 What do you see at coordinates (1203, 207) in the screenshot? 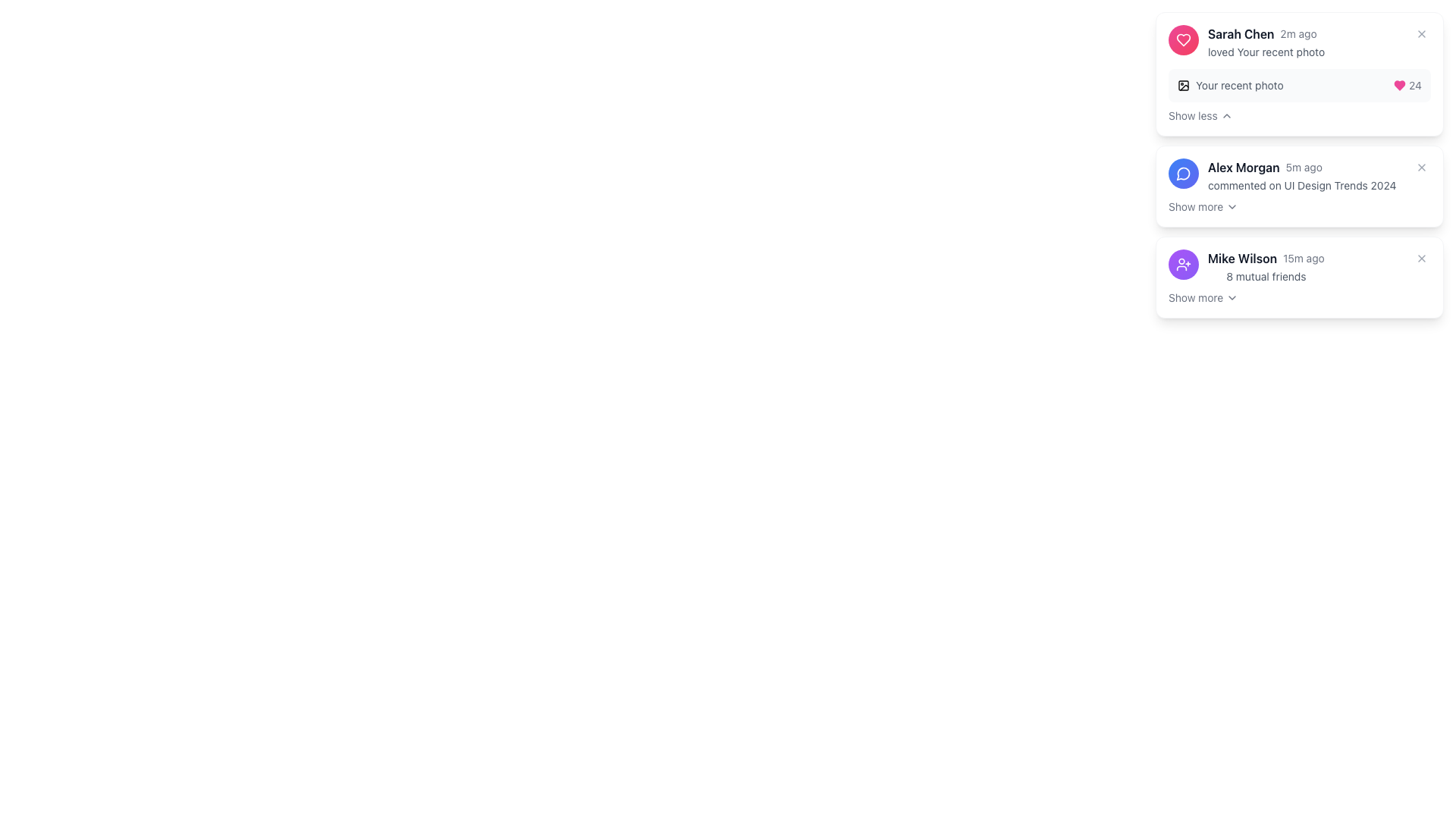
I see `the button with an icon at the bottom of the notification card for 'Alex Morgan'` at bounding box center [1203, 207].